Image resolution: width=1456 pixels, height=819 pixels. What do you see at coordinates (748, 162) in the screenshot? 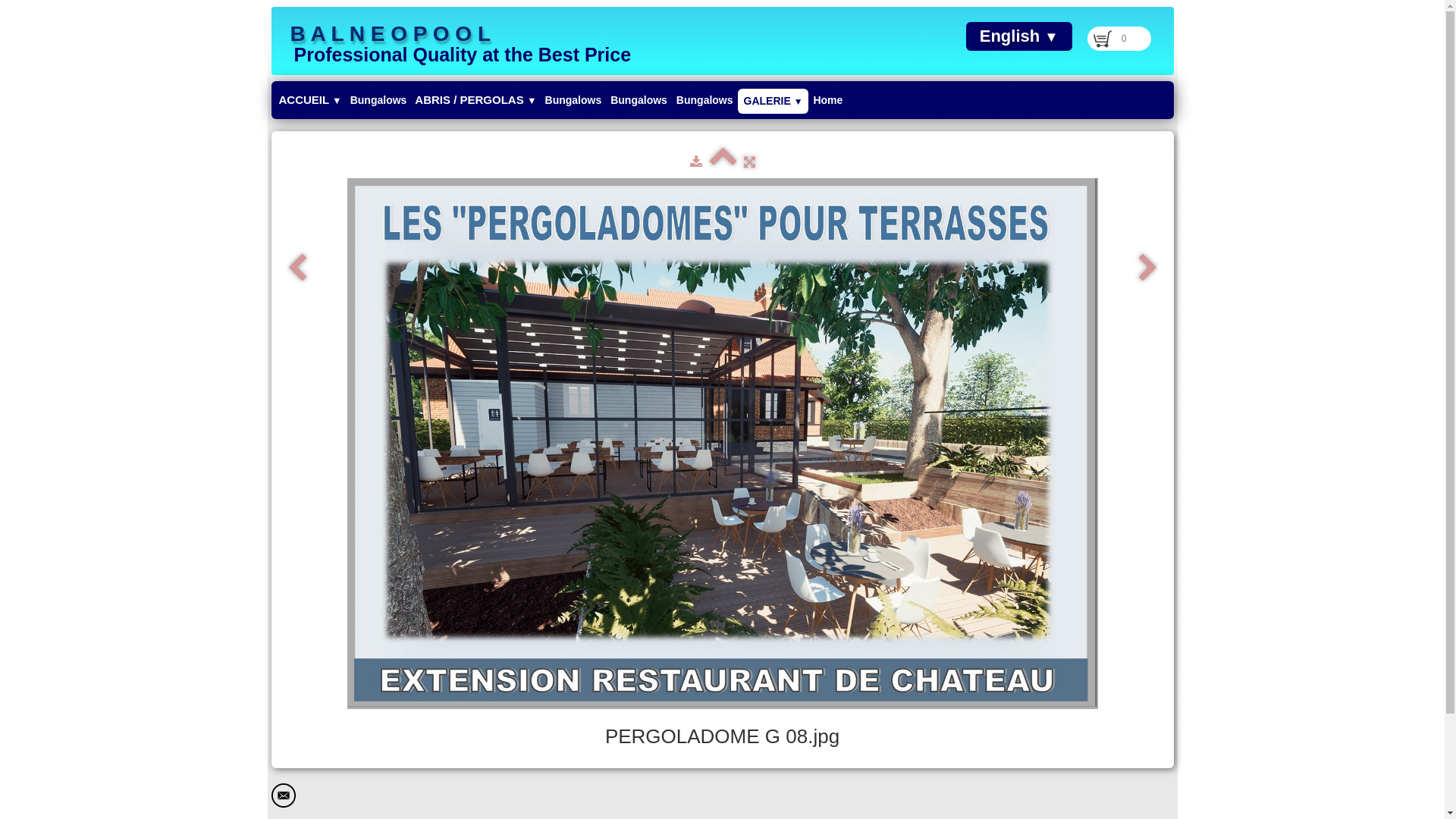
I see `'Fullscreen'` at bounding box center [748, 162].